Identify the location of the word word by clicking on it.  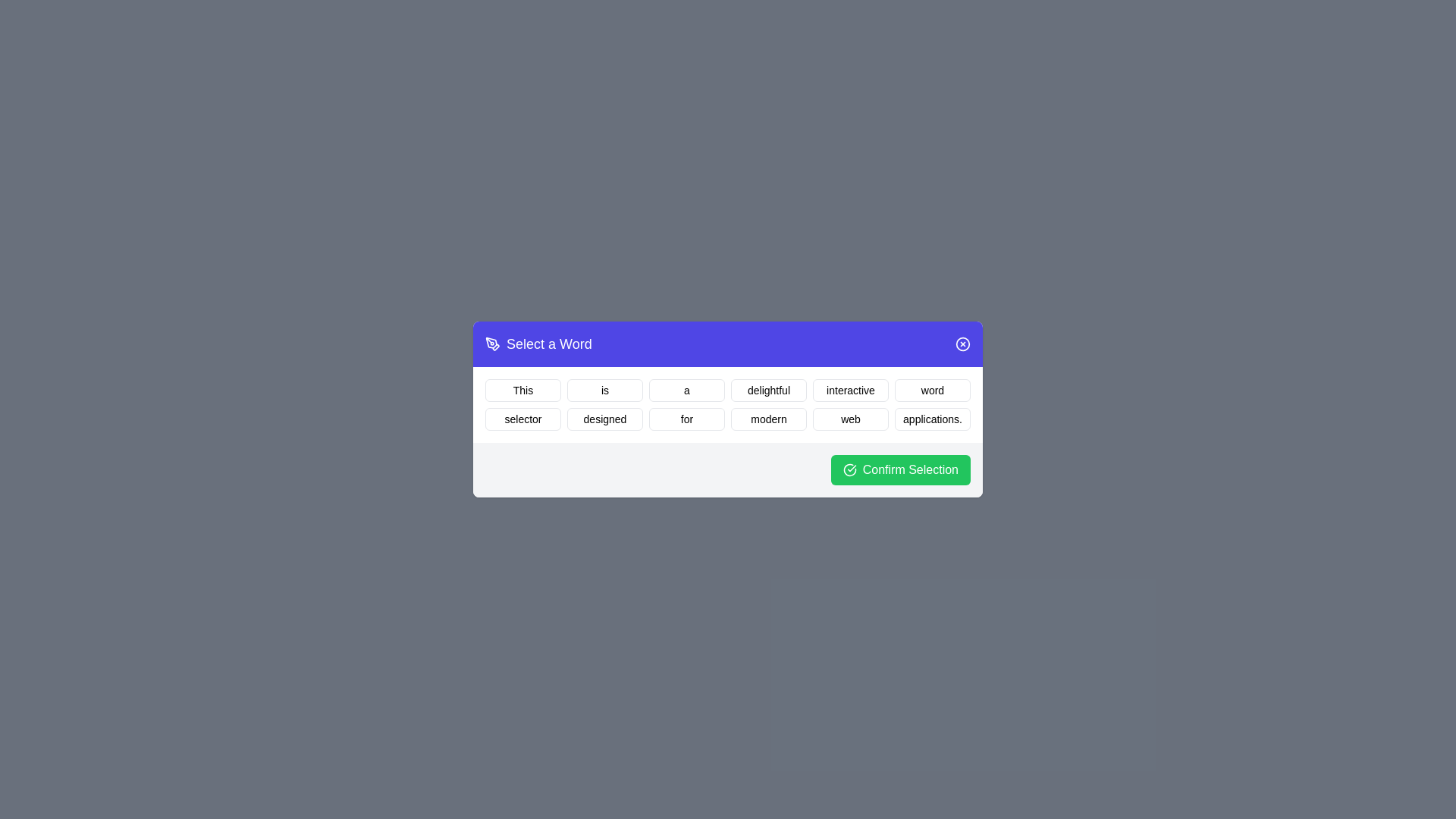
(931, 390).